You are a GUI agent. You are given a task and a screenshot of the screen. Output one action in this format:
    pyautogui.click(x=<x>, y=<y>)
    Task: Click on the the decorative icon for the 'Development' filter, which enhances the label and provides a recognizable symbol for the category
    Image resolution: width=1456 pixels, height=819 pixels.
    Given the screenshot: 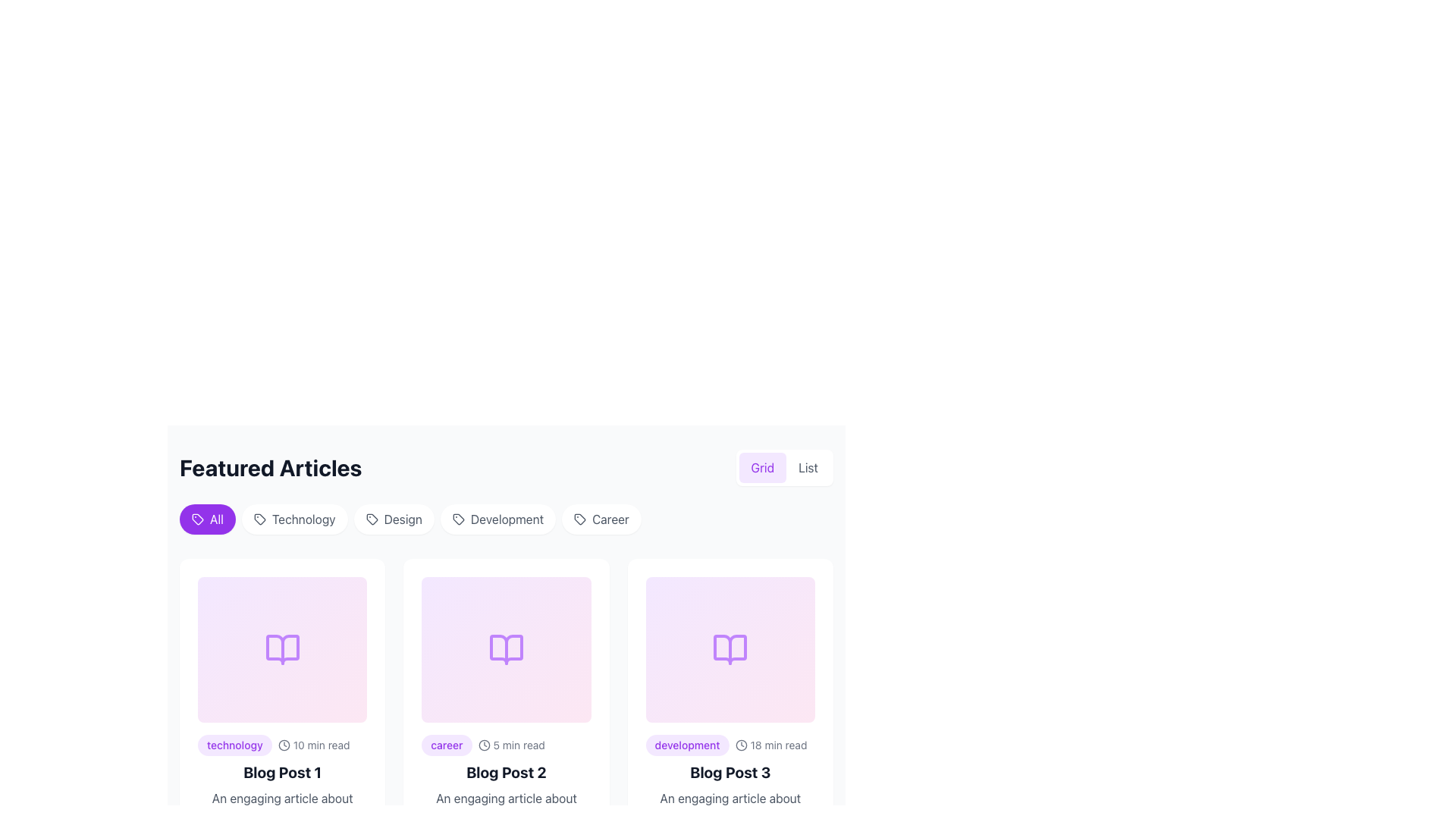 What is the action you would take?
    pyautogui.click(x=457, y=519)
    